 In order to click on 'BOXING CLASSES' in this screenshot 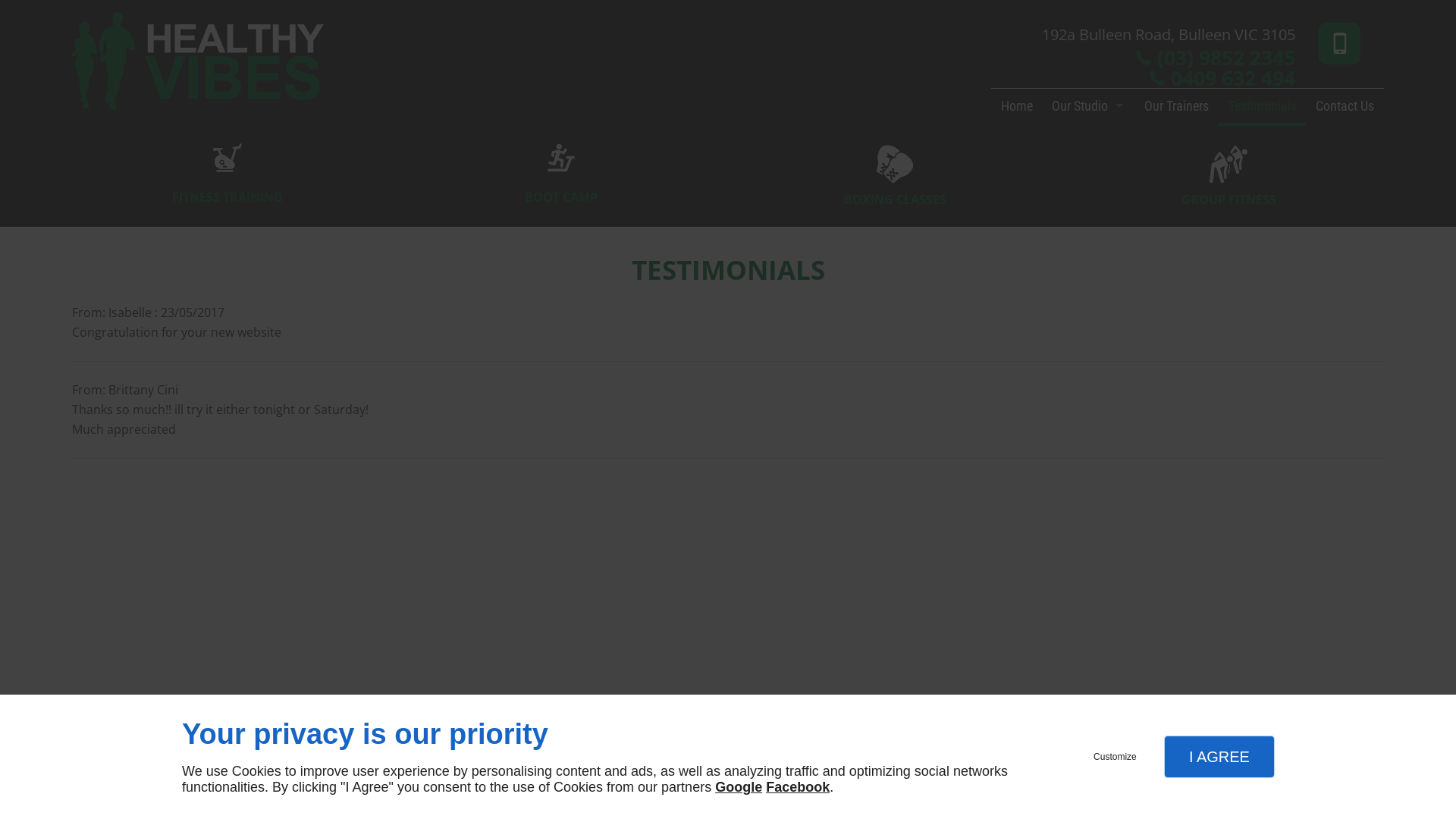, I will do `click(745, 191)`.